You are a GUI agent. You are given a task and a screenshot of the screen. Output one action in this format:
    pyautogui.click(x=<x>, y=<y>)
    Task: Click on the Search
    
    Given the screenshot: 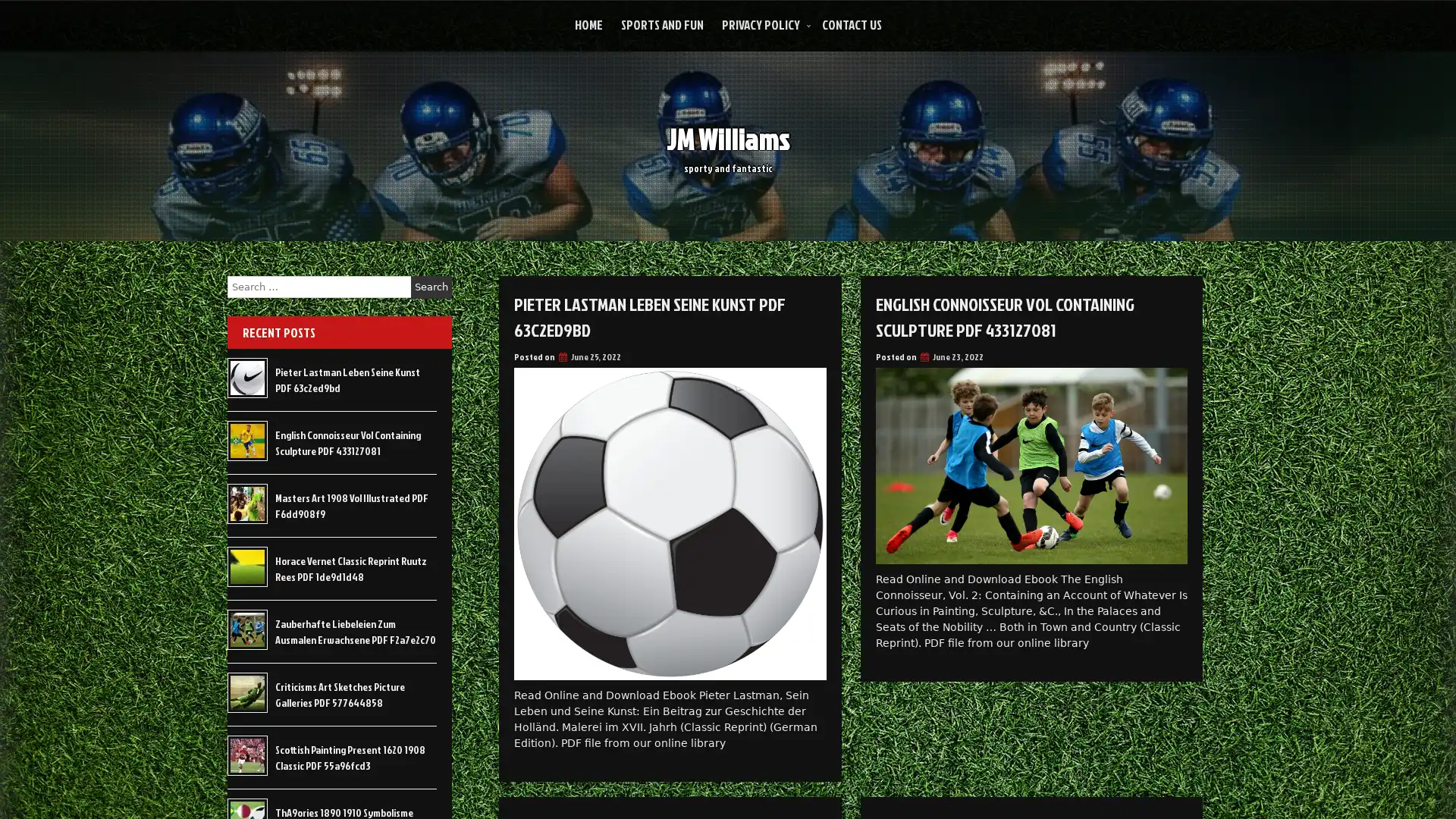 What is the action you would take?
    pyautogui.click(x=431, y=287)
    